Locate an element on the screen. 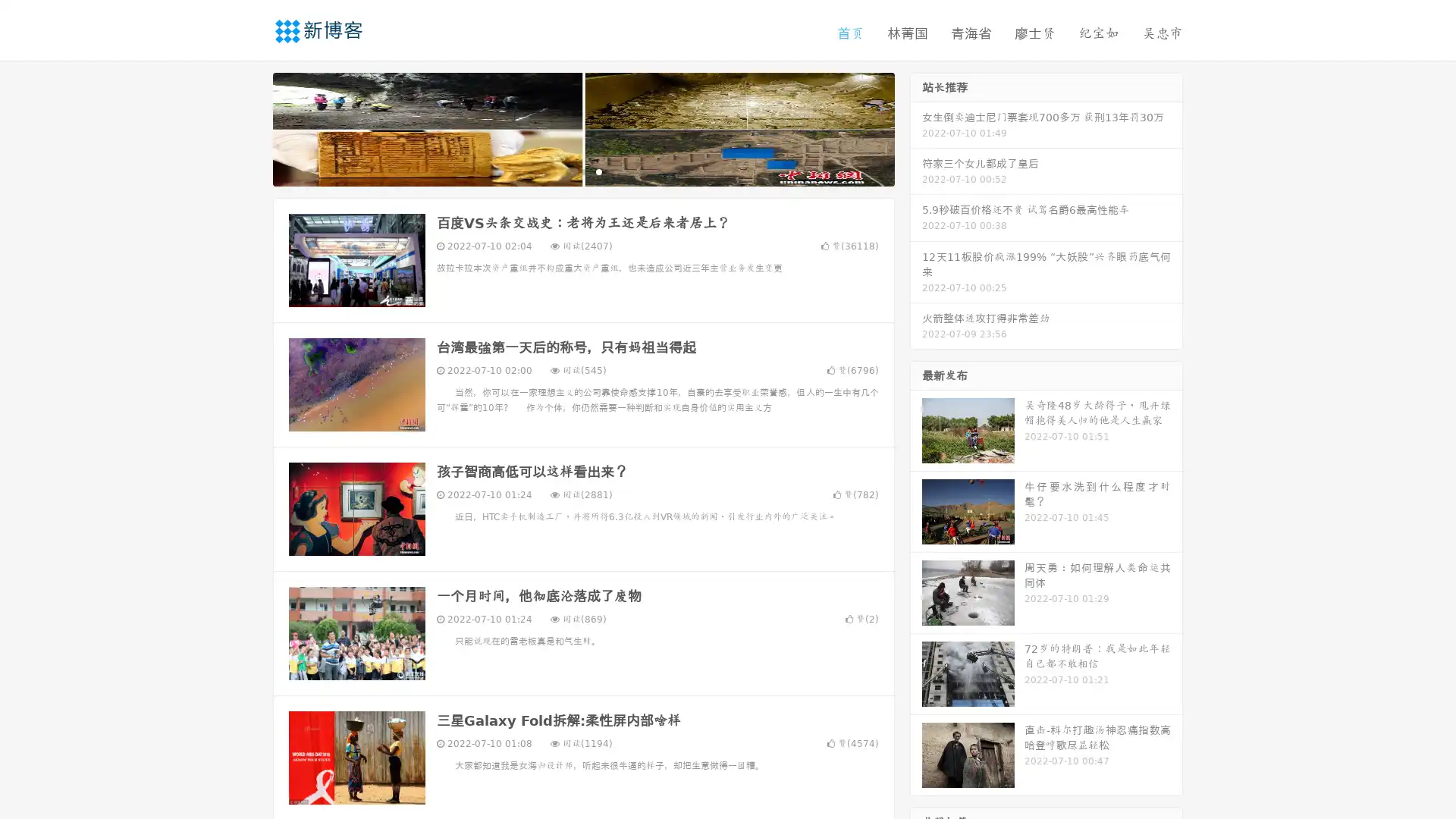  Go to slide 2 is located at coordinates (582, 171).